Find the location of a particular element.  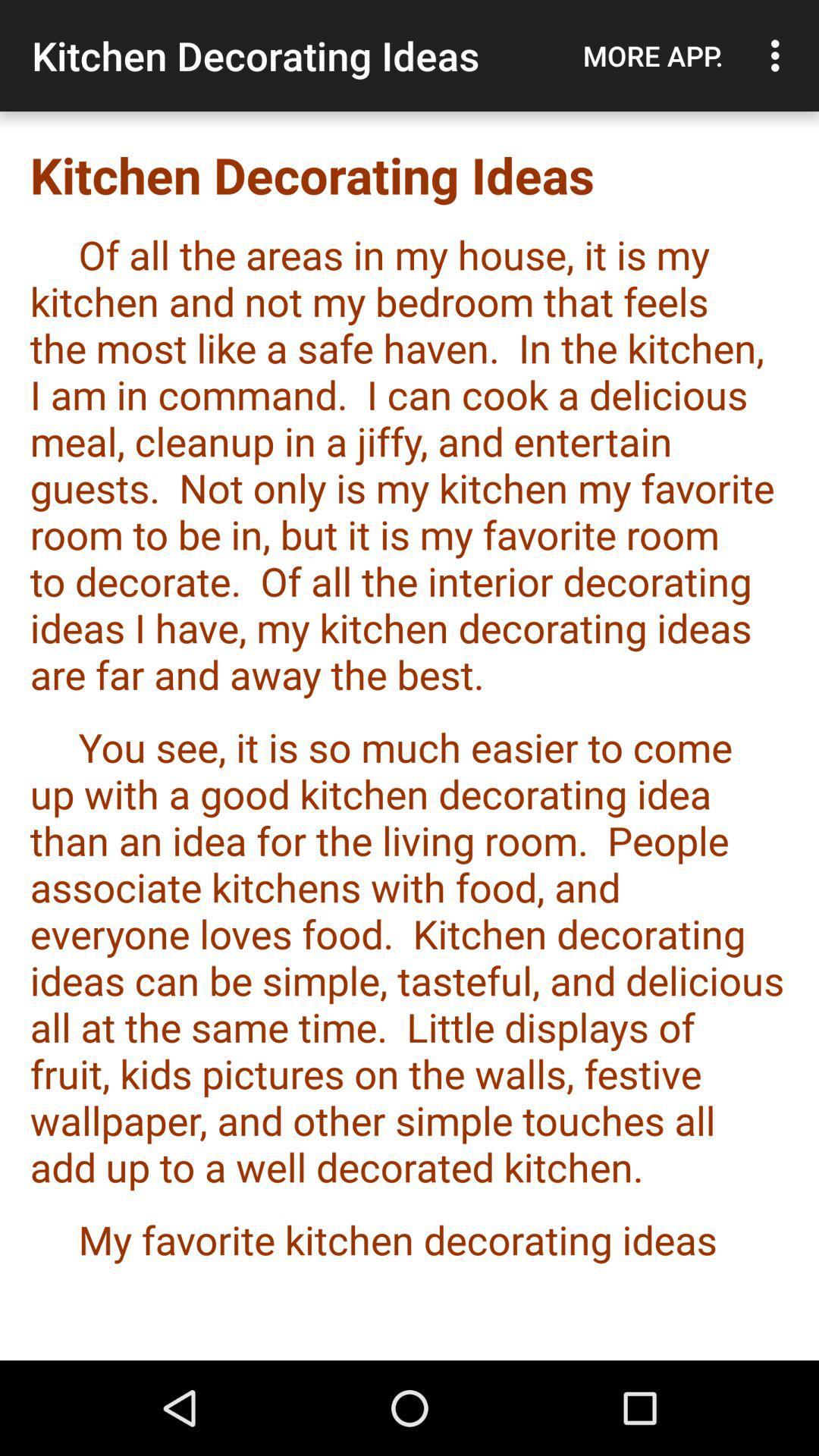

more app. item is located at coordinates (652, 55).